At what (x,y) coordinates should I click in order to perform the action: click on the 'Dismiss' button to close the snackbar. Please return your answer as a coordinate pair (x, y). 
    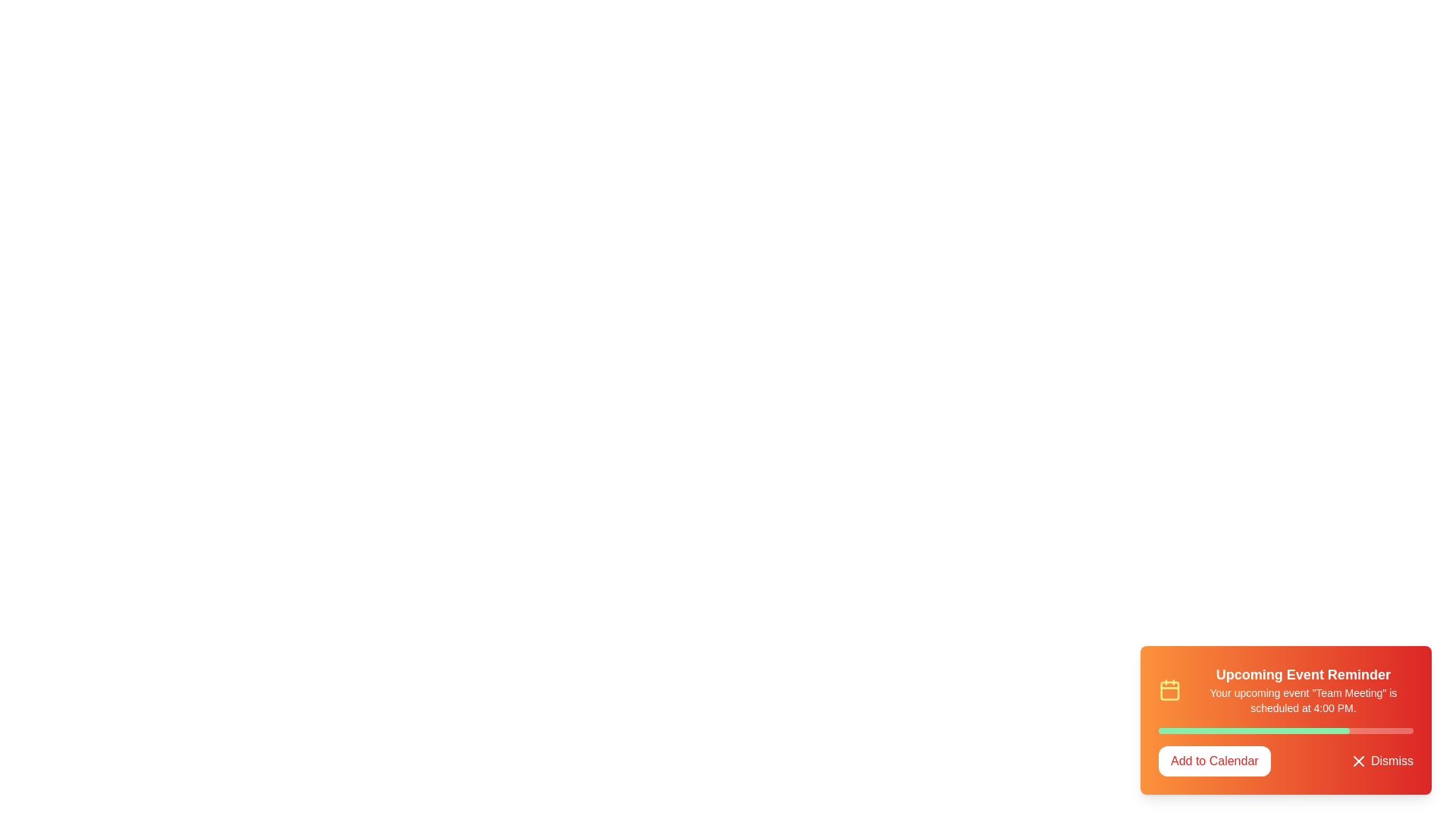
    Looking at the image, I should click on (1382, 761).